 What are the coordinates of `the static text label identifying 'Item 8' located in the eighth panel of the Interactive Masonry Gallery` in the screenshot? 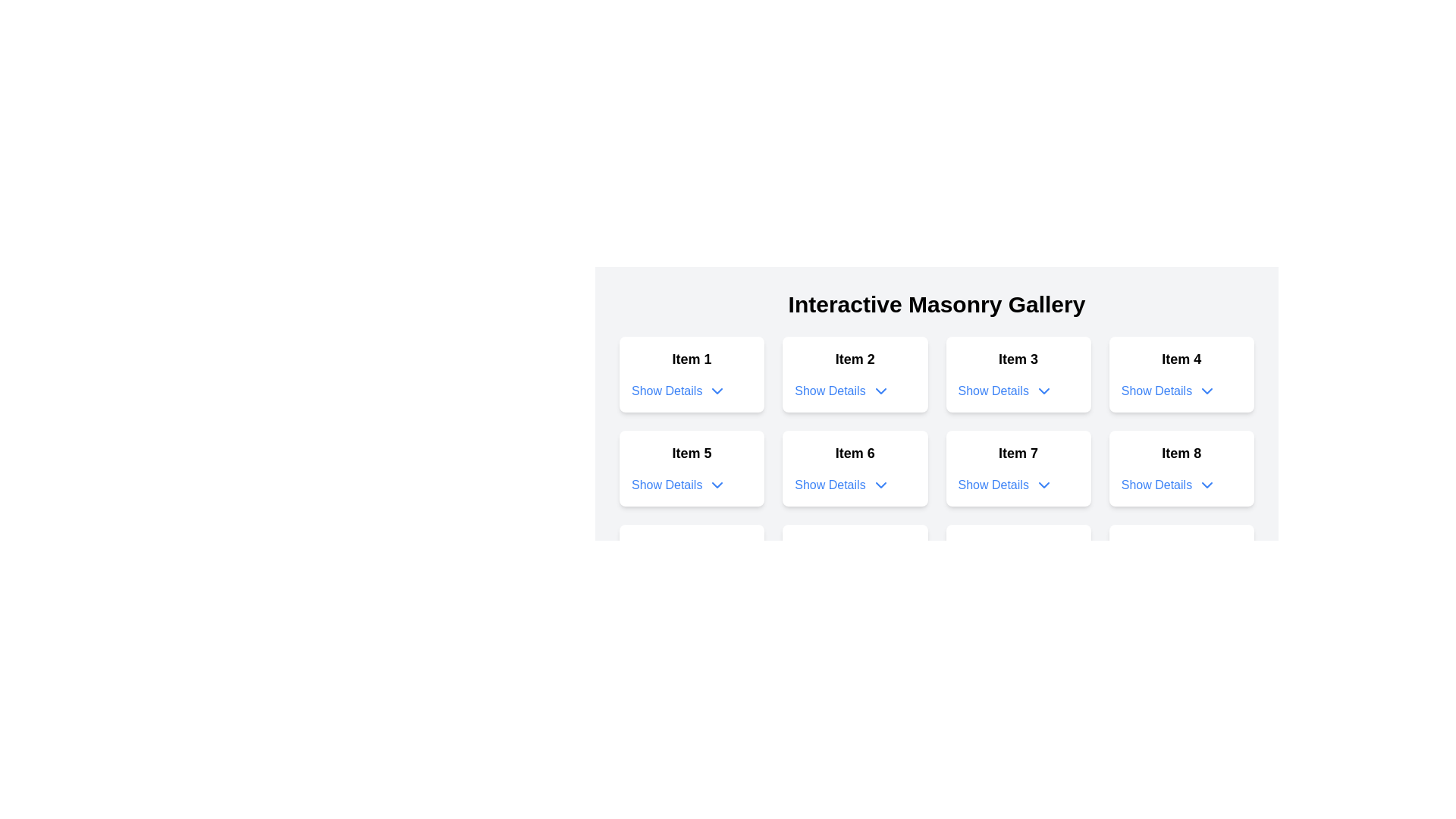 It's located at (1181, 452).